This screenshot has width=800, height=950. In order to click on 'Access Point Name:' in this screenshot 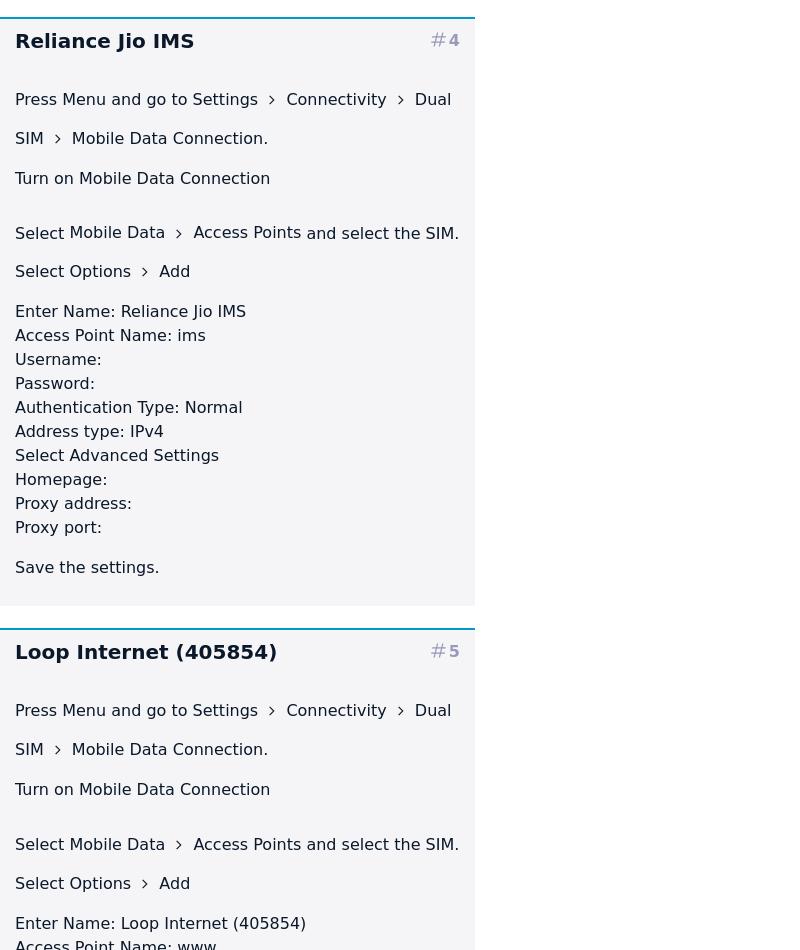, I will do `click(96, 334)`.